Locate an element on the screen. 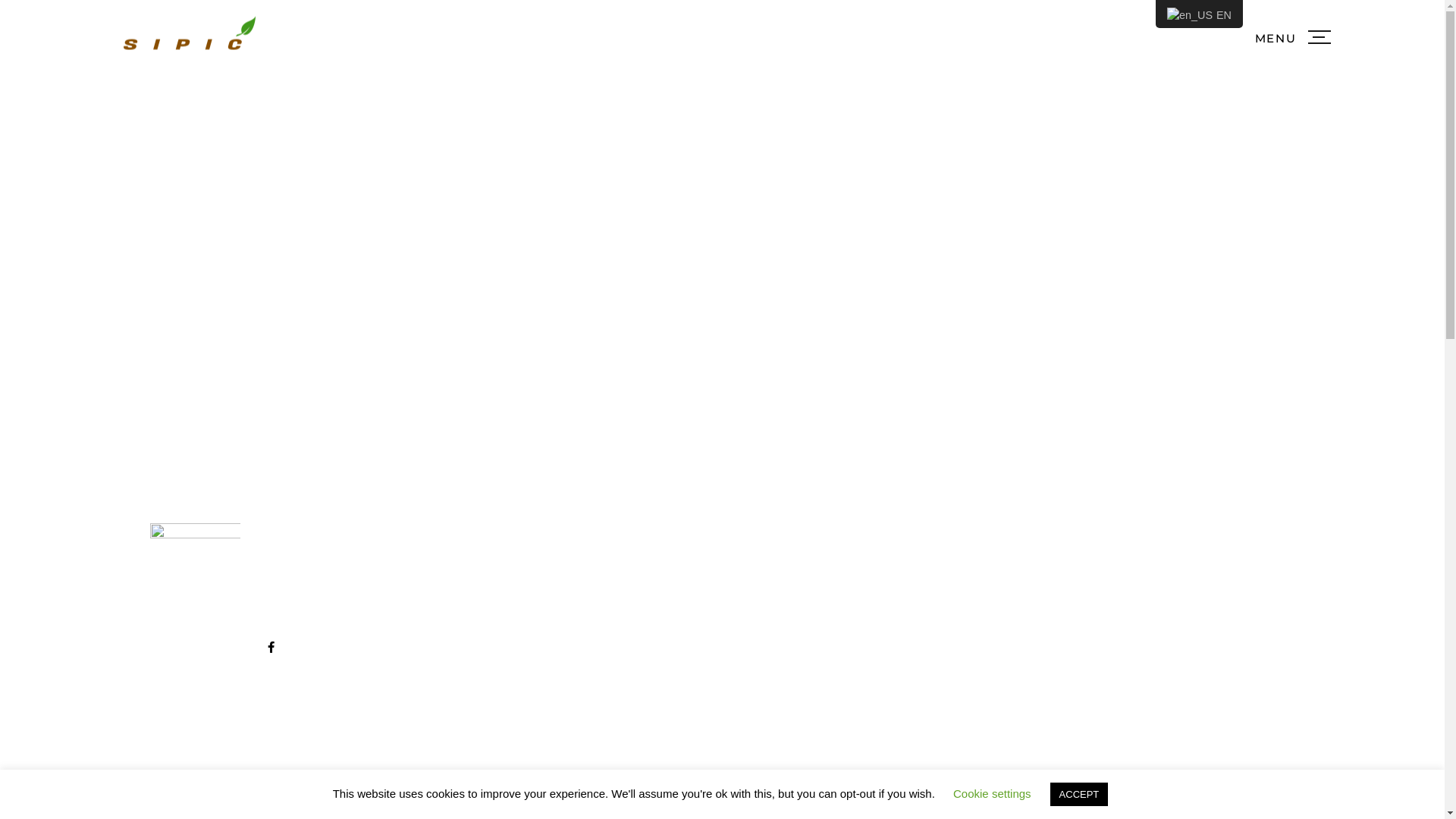 The height and width of the screenshot is (819, 1456). 'ACCEPT' is located at coordinates (1078, 793).